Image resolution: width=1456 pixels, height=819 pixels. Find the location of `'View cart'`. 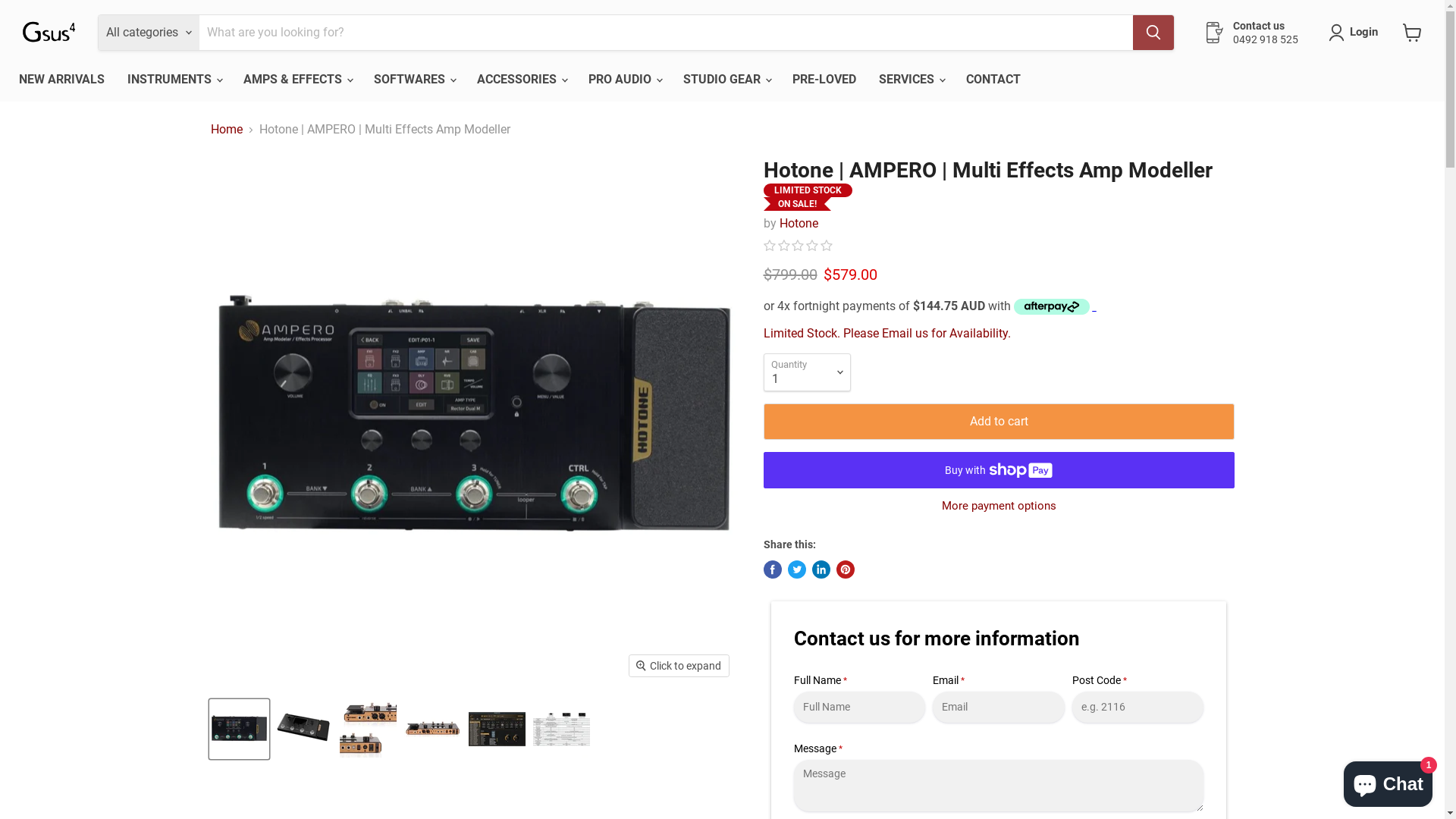

'View cart' is located at coordinates (1395, 32).